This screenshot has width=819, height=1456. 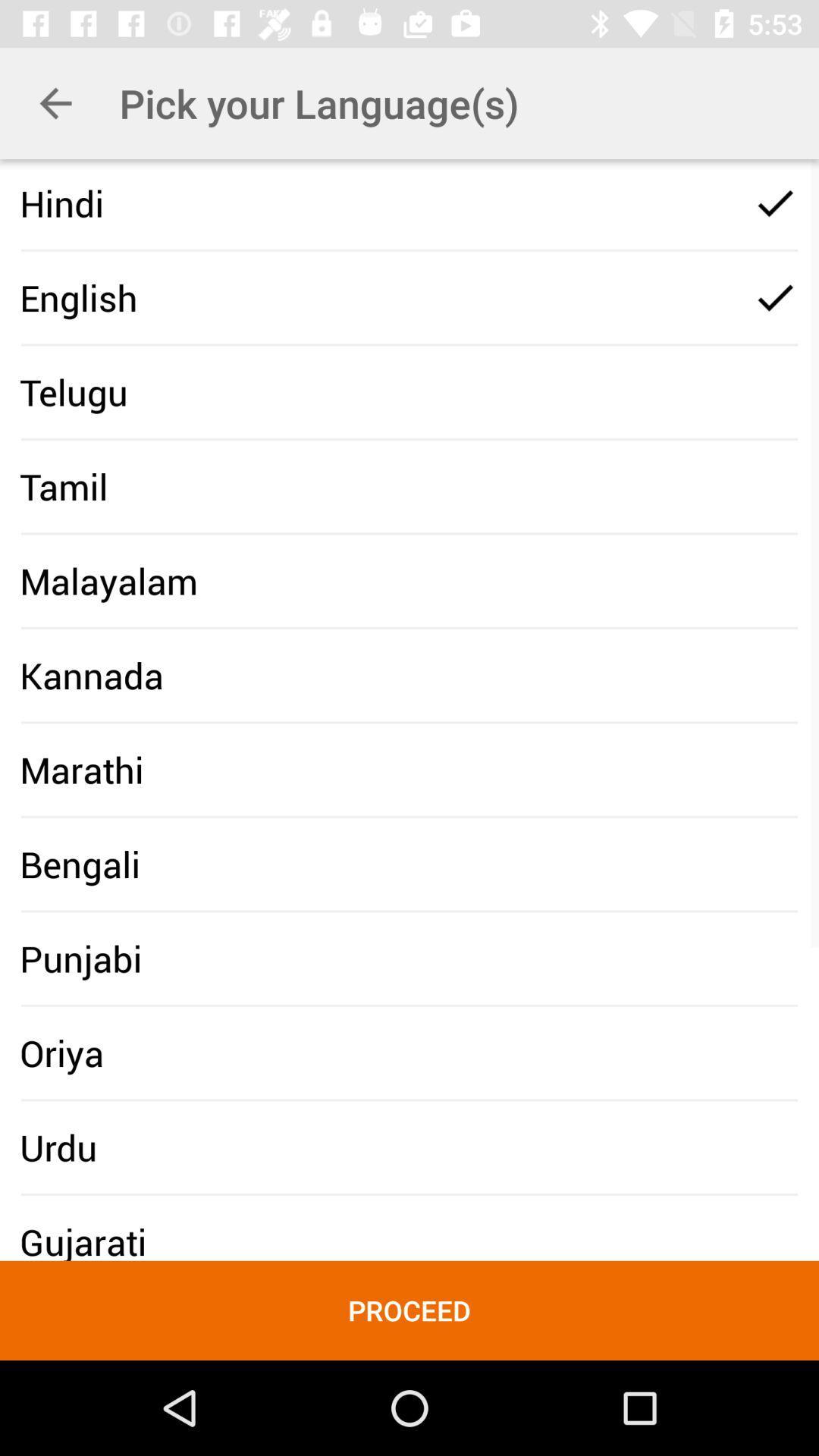 What do you see at coordinates (108, 580) in the screenshot?
I see `malayalam` at bounding box center [108, 580].